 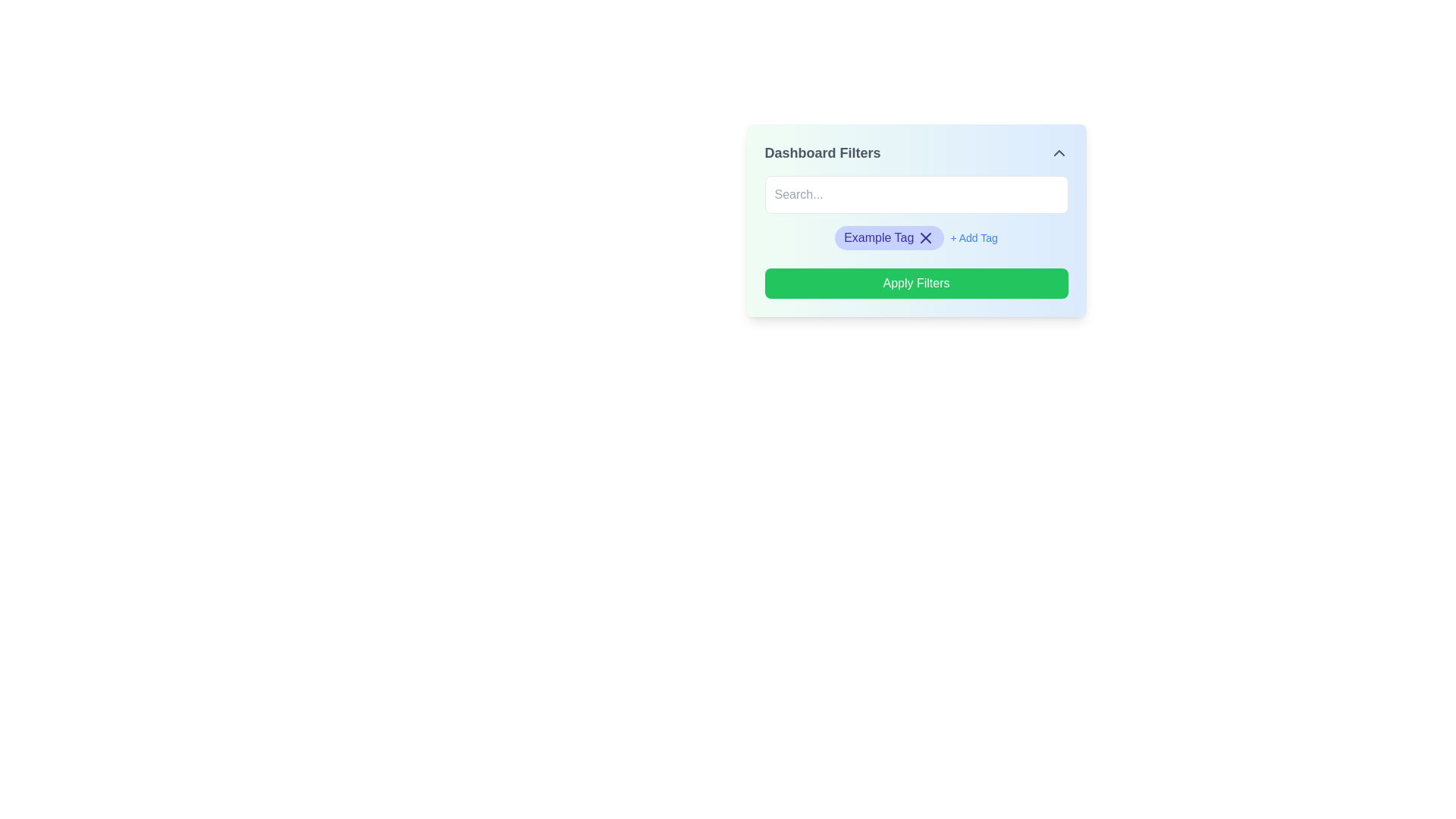 What do you see at coordinates (925, 237) in the screenshot?
I see `the small diagonal cross (X) icon that is part of an interactive control beside the text label 'Example Tag'` at bounding box center [925, 237].